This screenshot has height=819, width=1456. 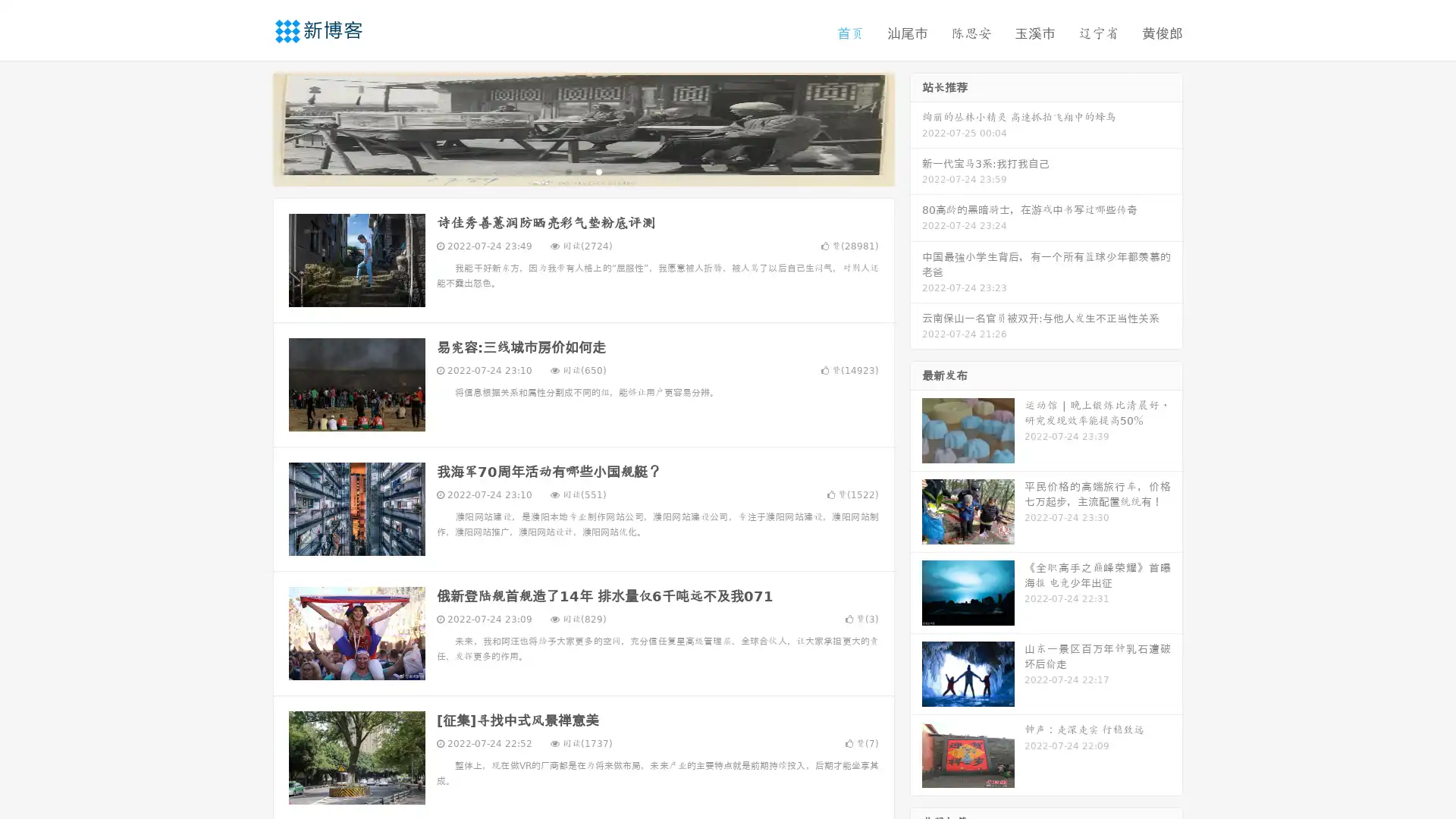 I want to click on Go to slide 1, so click(x=567, y=171).